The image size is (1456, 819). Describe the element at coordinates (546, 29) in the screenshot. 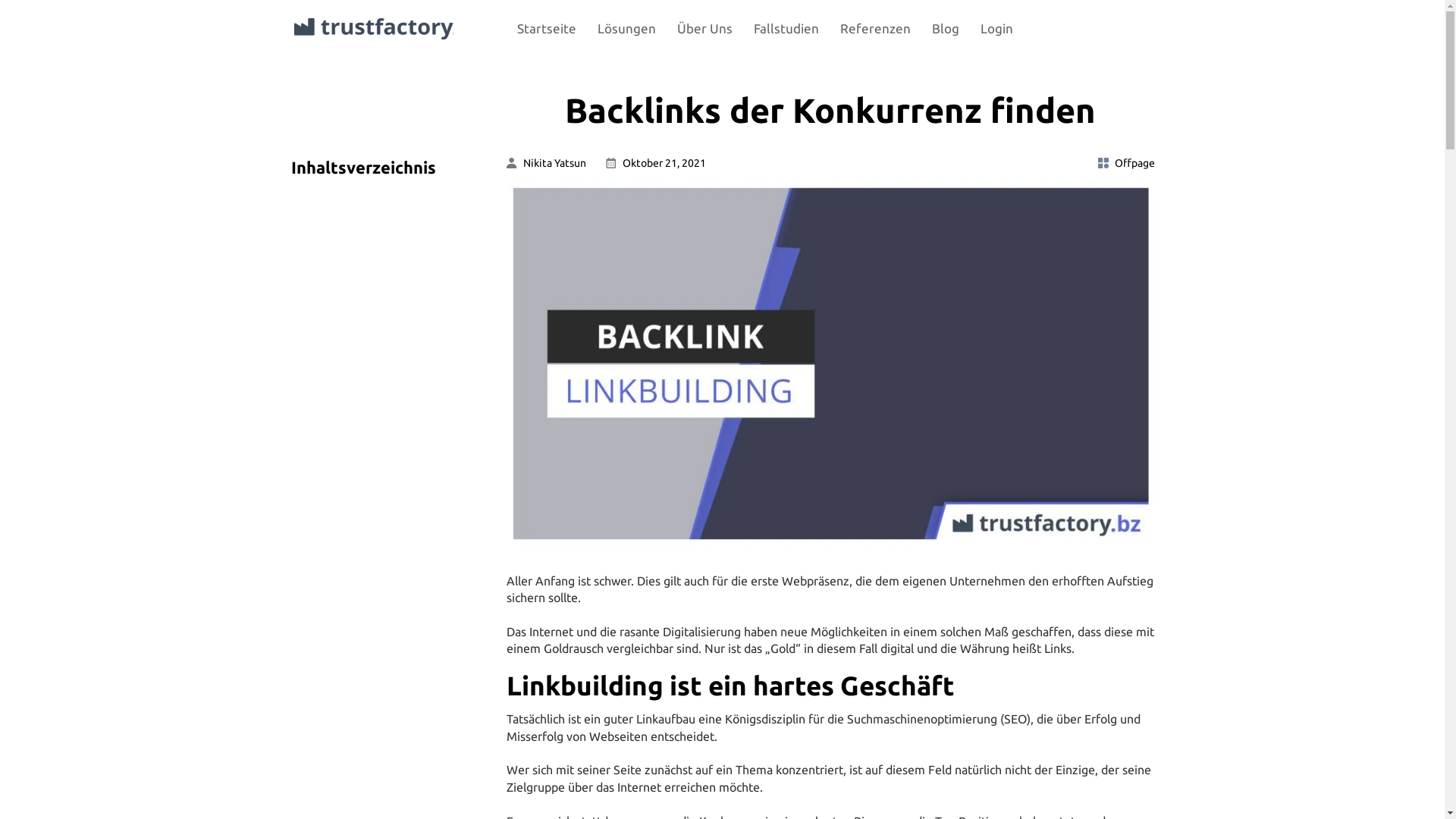

I see `'Startseite'` at that location.